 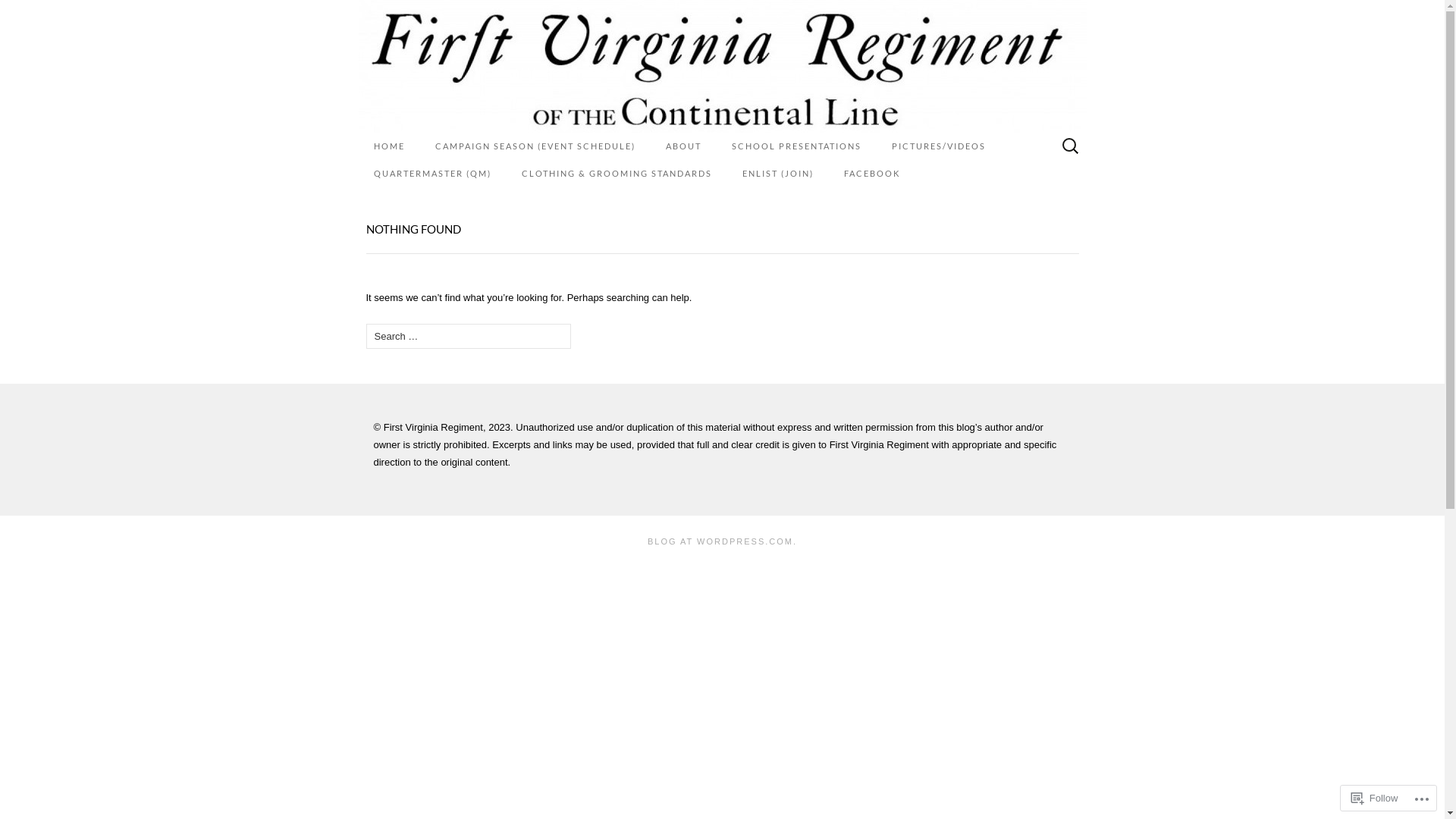 What do you see at coordinates (617, 172) in the screenshot?
I see `'CLOTHING & GROOMING STANDARDS'` at bounding box center [617, 172].